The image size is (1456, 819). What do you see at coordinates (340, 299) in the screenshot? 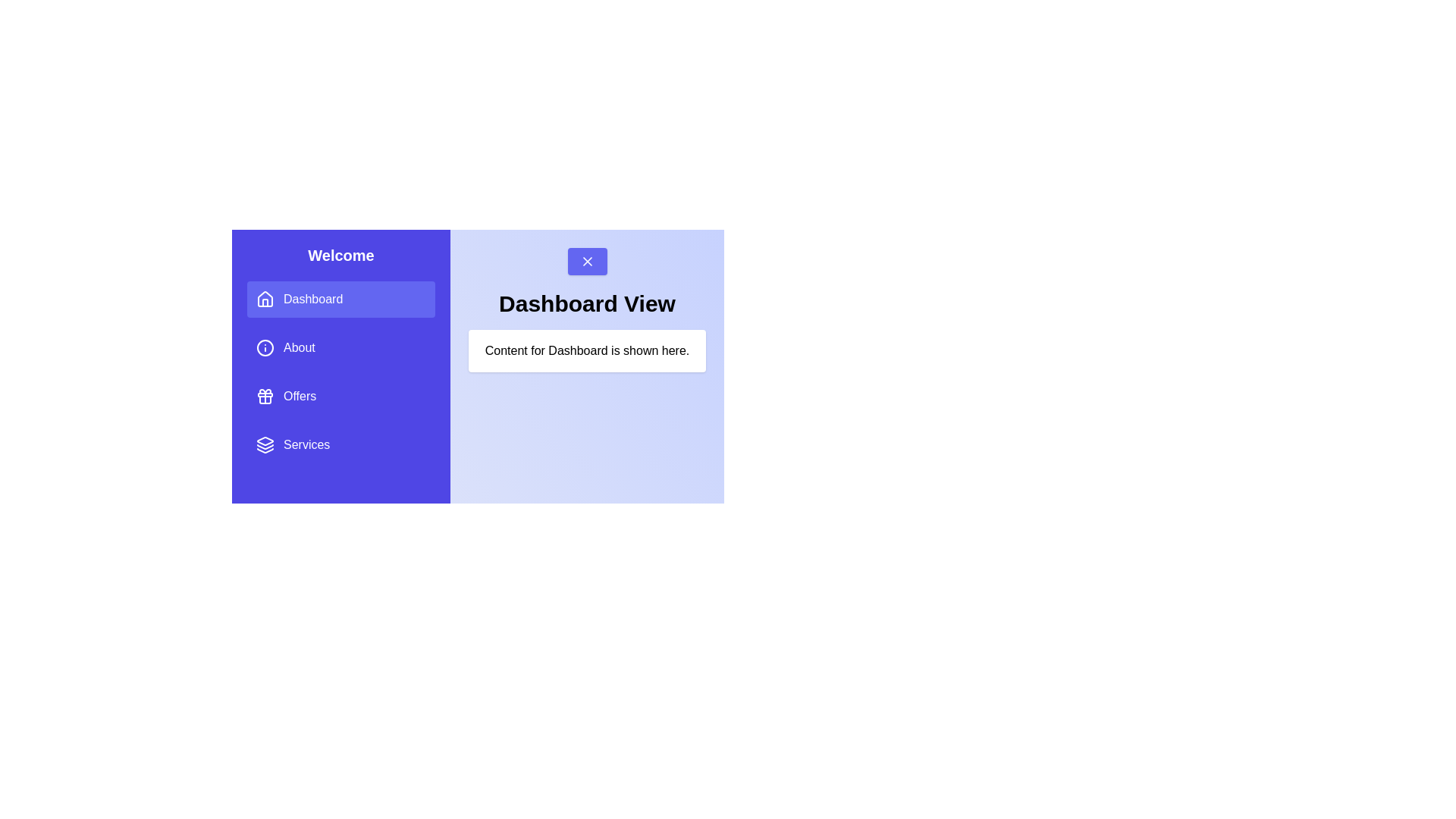
I see `the menu item Dashboard to observe the hover effect` at bounding box center [340, 299].